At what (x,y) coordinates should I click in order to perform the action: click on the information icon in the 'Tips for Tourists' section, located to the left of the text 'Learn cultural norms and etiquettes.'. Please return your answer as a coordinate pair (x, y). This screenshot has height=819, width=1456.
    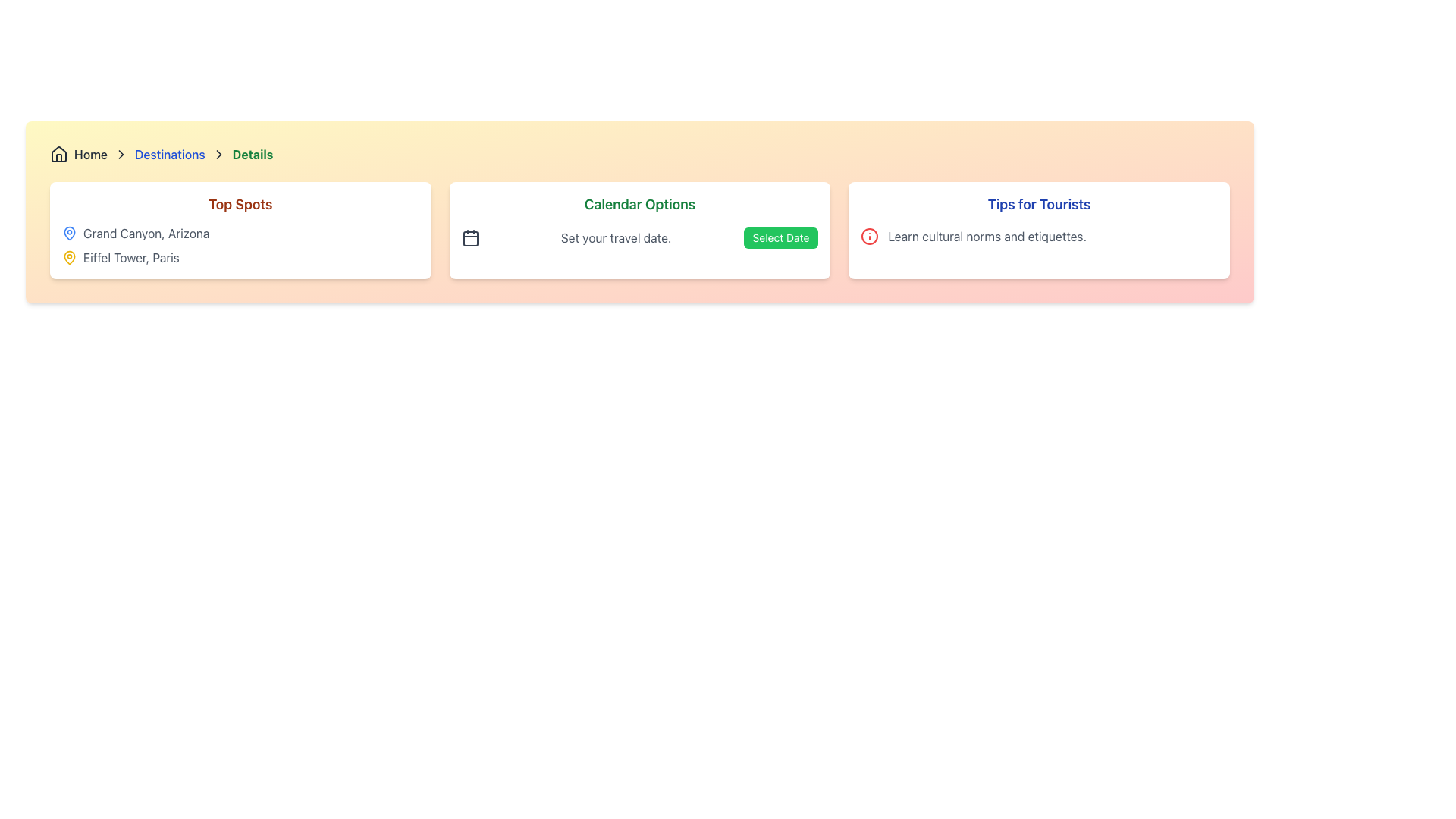
    Looking at the image, I should click on (870, 237).